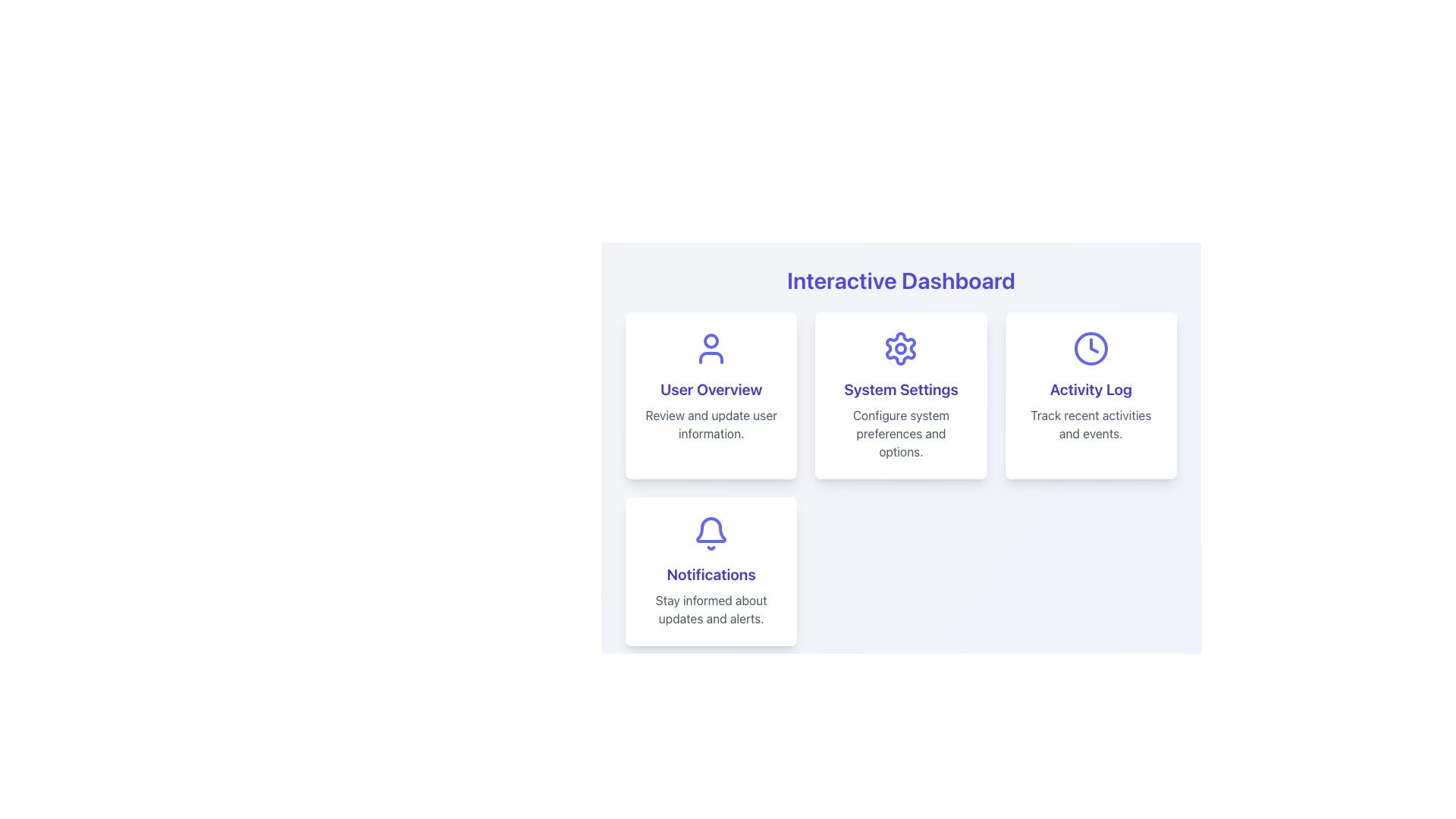 This screenshot has width=1456, height=819. What do you see at coordinates (711, 394) in the screenshot?
I see `the navigation card for accessing the 'User Overview' section` at bounding box center [711, 394].